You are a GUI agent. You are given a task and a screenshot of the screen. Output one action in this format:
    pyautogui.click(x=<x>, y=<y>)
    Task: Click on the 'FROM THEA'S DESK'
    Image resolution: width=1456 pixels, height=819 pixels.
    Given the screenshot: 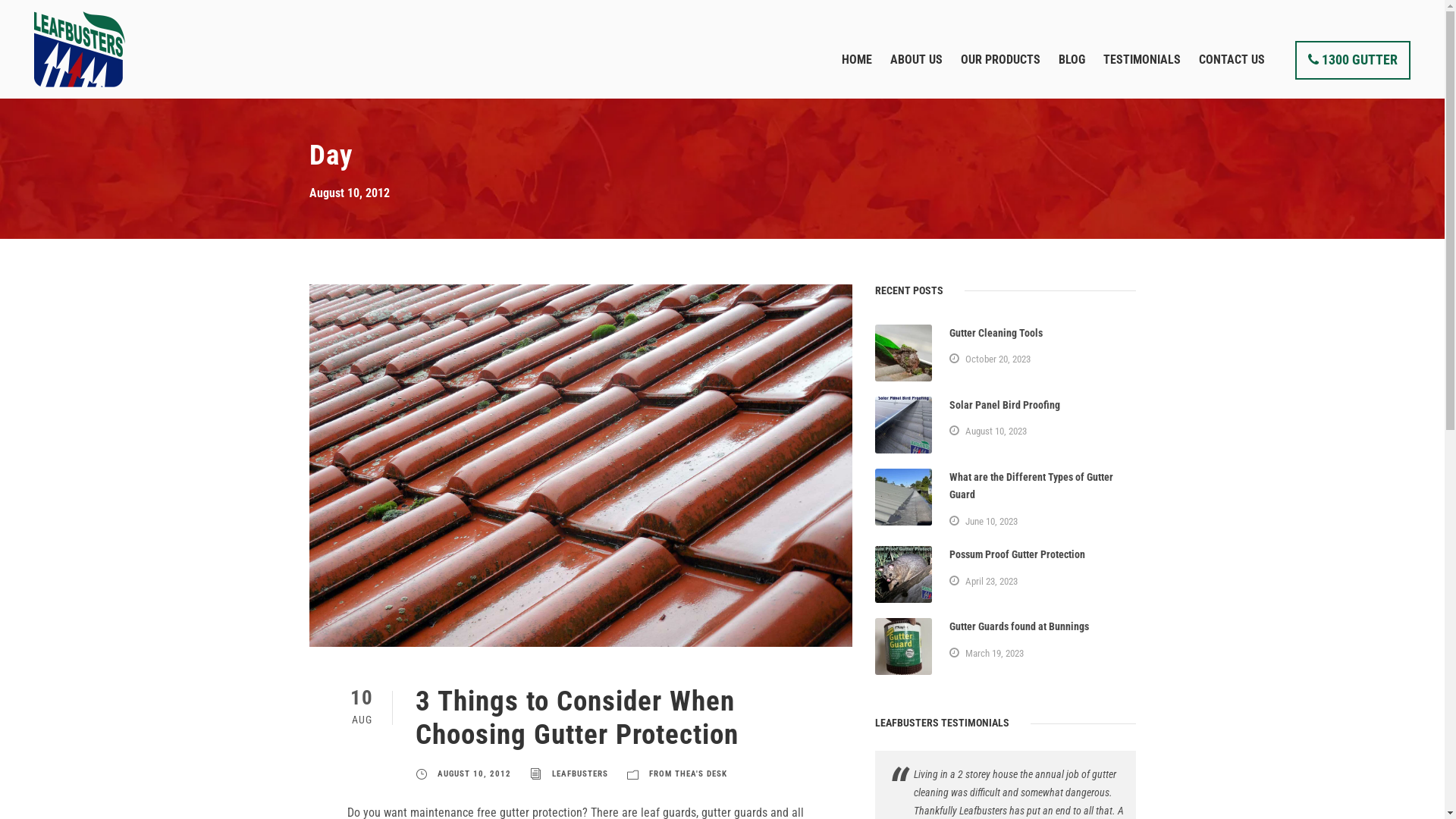 What is the action you would take?
    pyautogui.click(x=687, y=773)
    